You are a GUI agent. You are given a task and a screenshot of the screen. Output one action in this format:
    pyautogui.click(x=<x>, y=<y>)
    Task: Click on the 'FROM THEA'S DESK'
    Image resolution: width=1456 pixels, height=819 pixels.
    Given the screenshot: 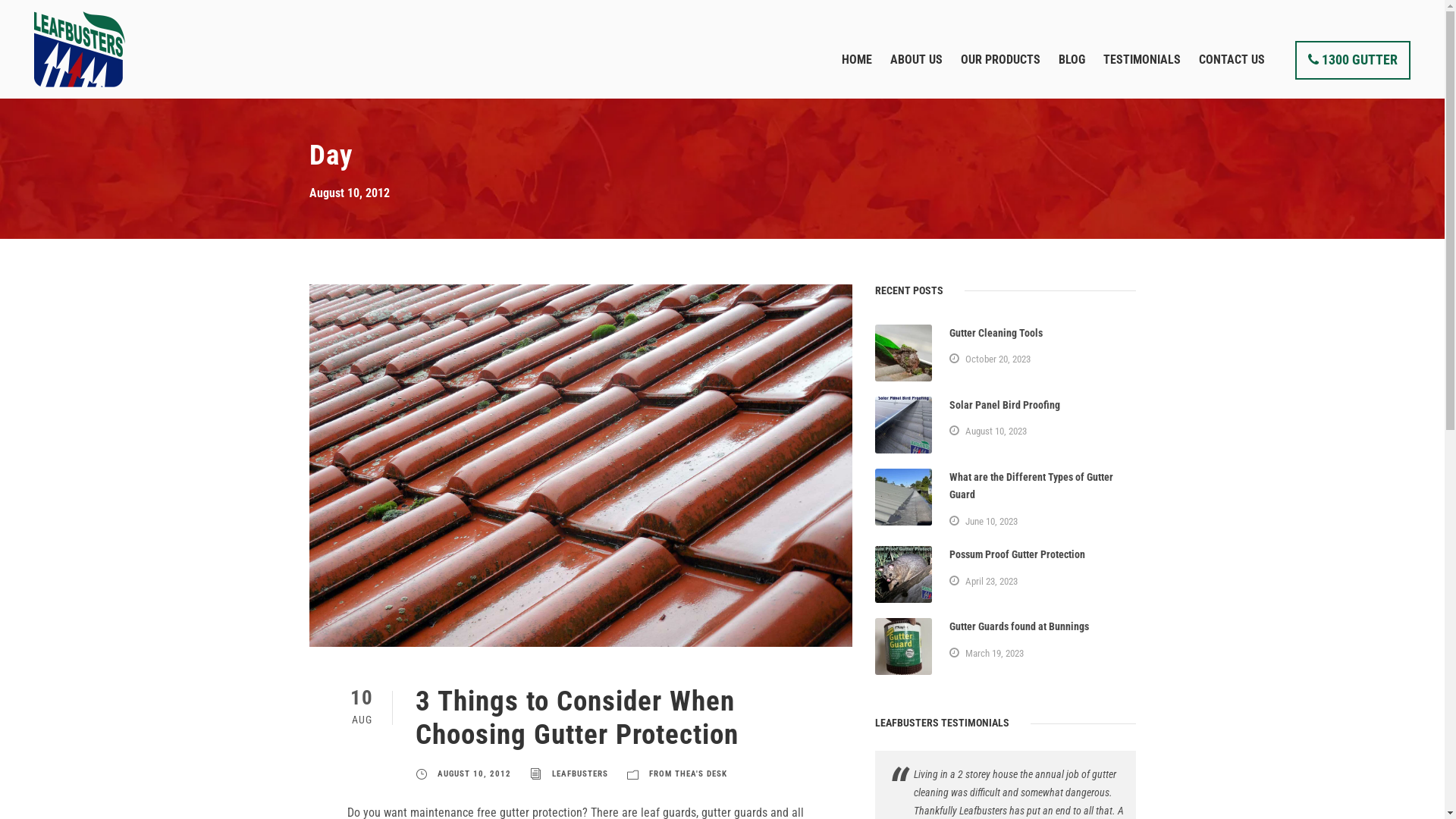 What is the action you would take?
    pyautogui.click(x=687, y=773)
    